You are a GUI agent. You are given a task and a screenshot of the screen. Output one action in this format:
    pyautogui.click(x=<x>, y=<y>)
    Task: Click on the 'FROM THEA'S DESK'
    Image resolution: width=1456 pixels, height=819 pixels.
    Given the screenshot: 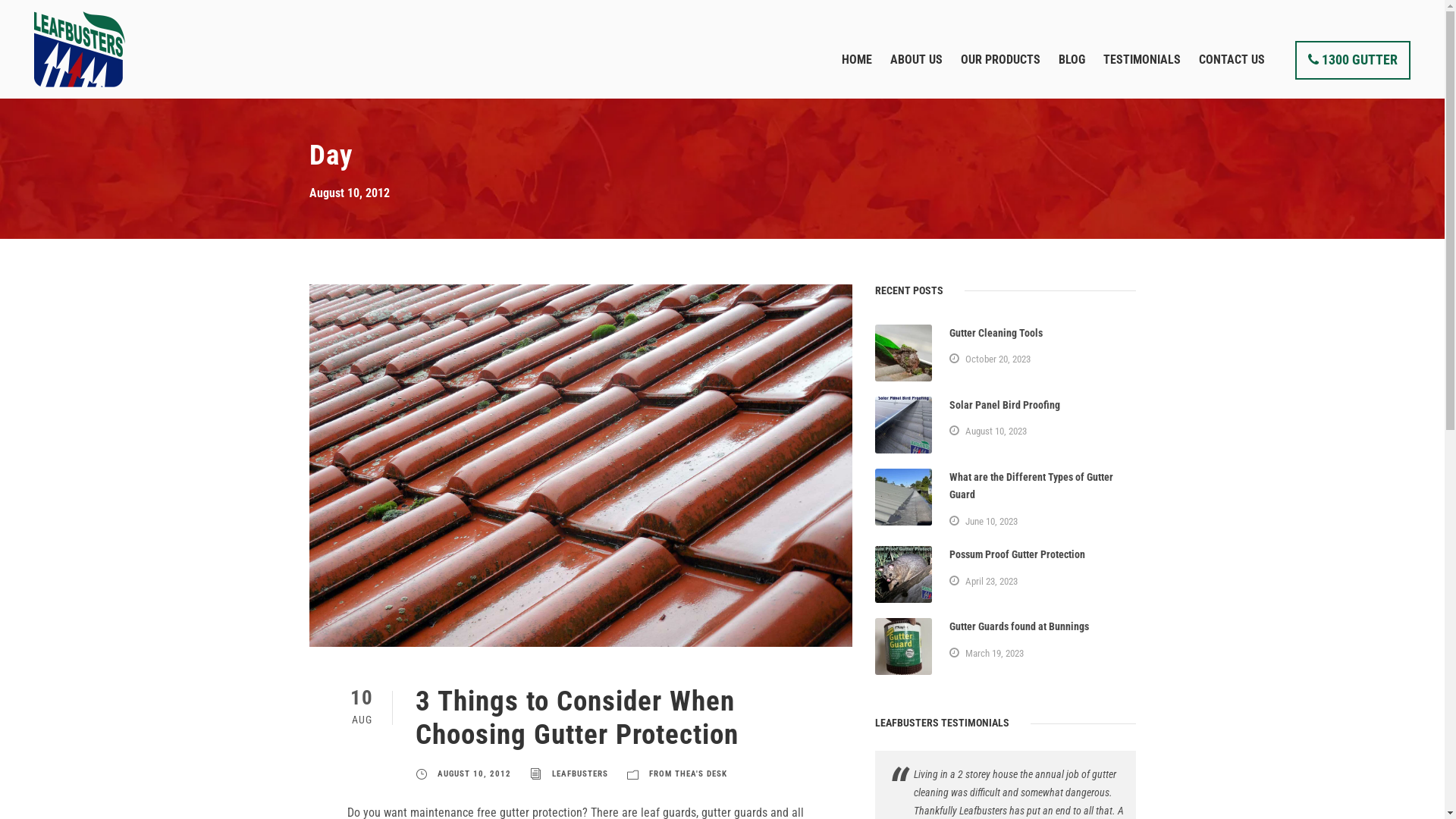 What is the action you would take?
    pyautogui.click(x=687, y=773)
    